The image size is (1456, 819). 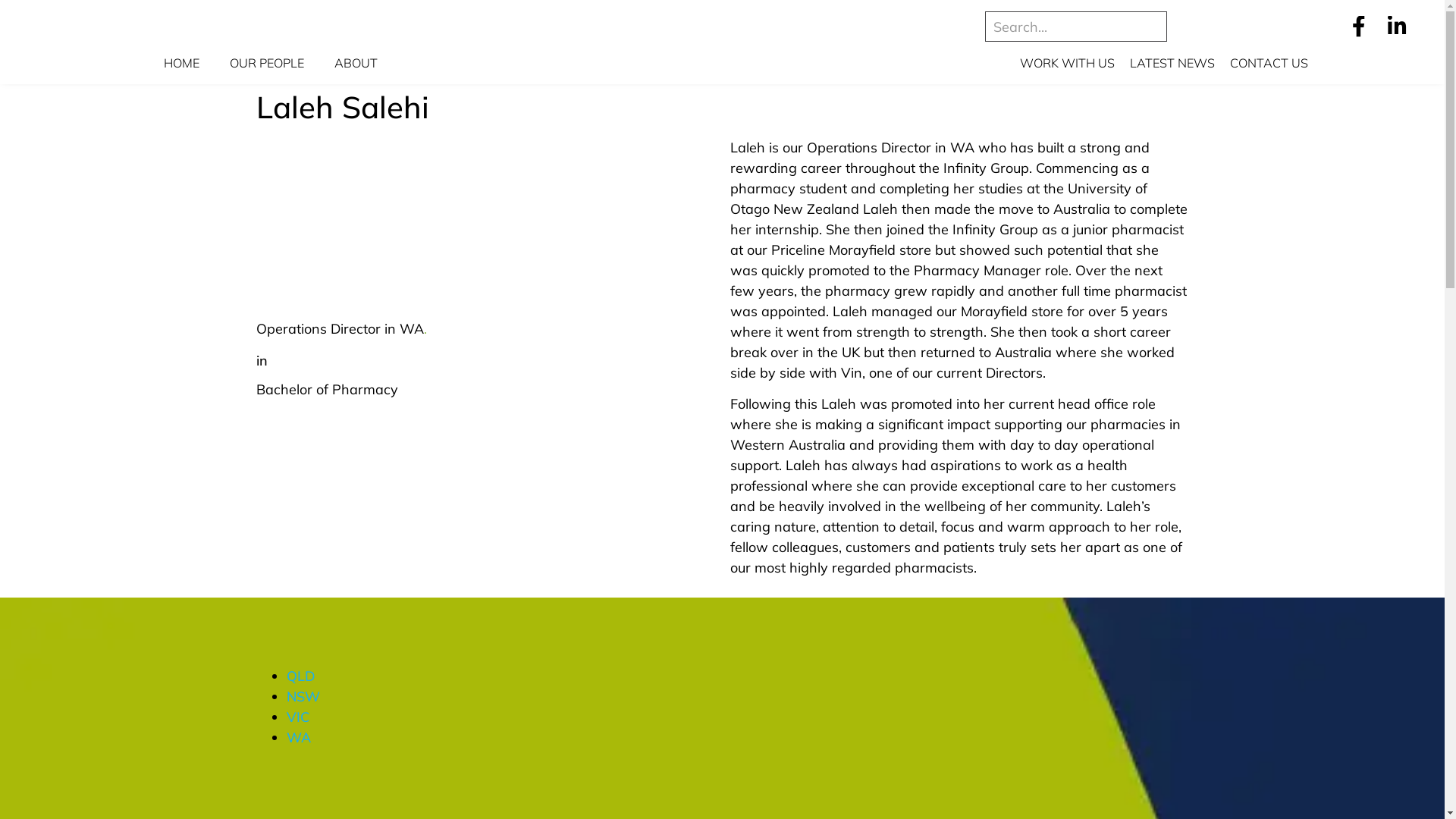 I want to click on 'OUR PEOPLE', so click(x=266, y=62).